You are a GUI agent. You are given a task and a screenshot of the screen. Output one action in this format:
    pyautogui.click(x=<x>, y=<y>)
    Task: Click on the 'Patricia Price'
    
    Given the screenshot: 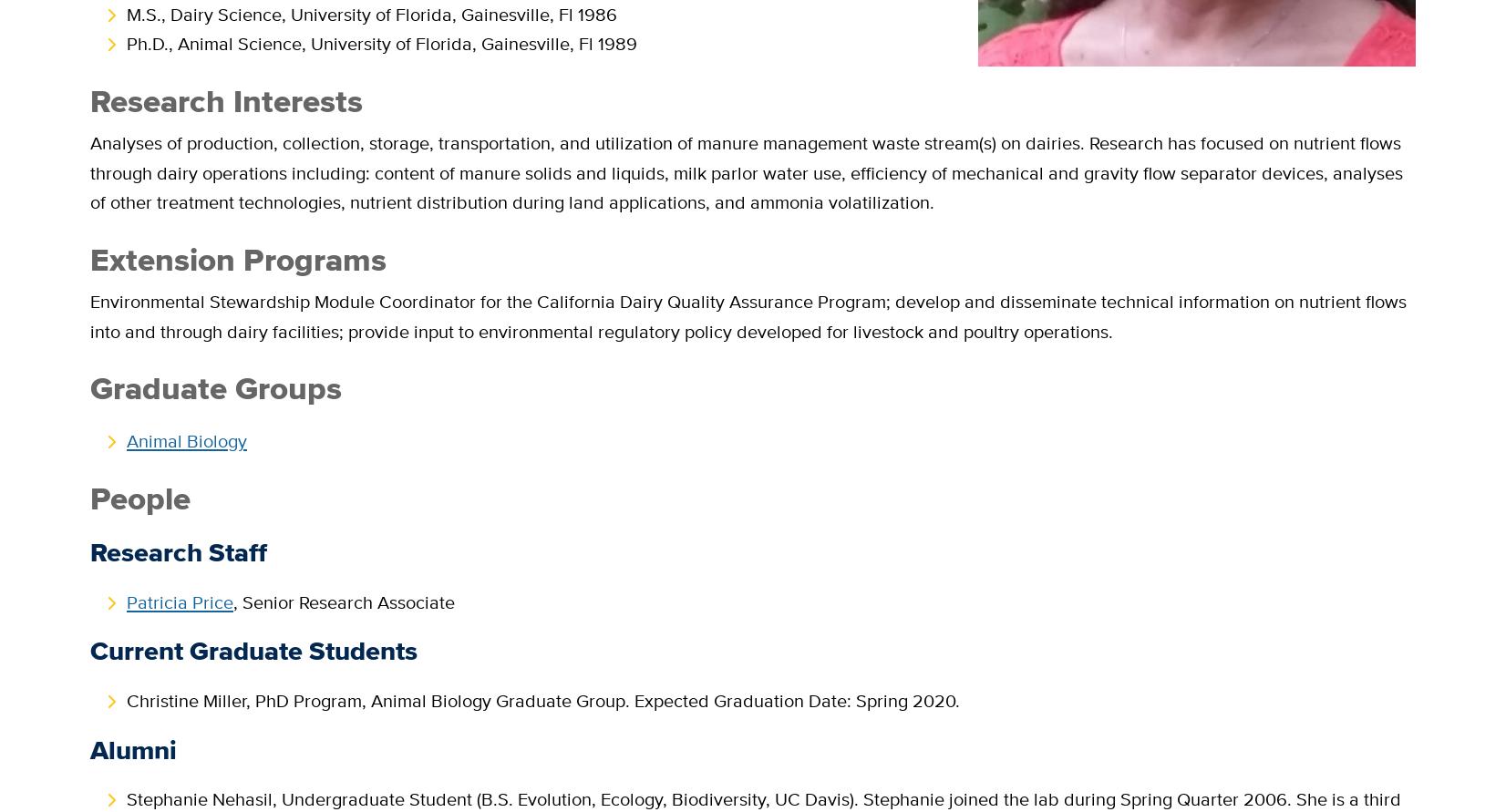 What is the action you would take?
    pyautogui.click(x=180, y=600)
    